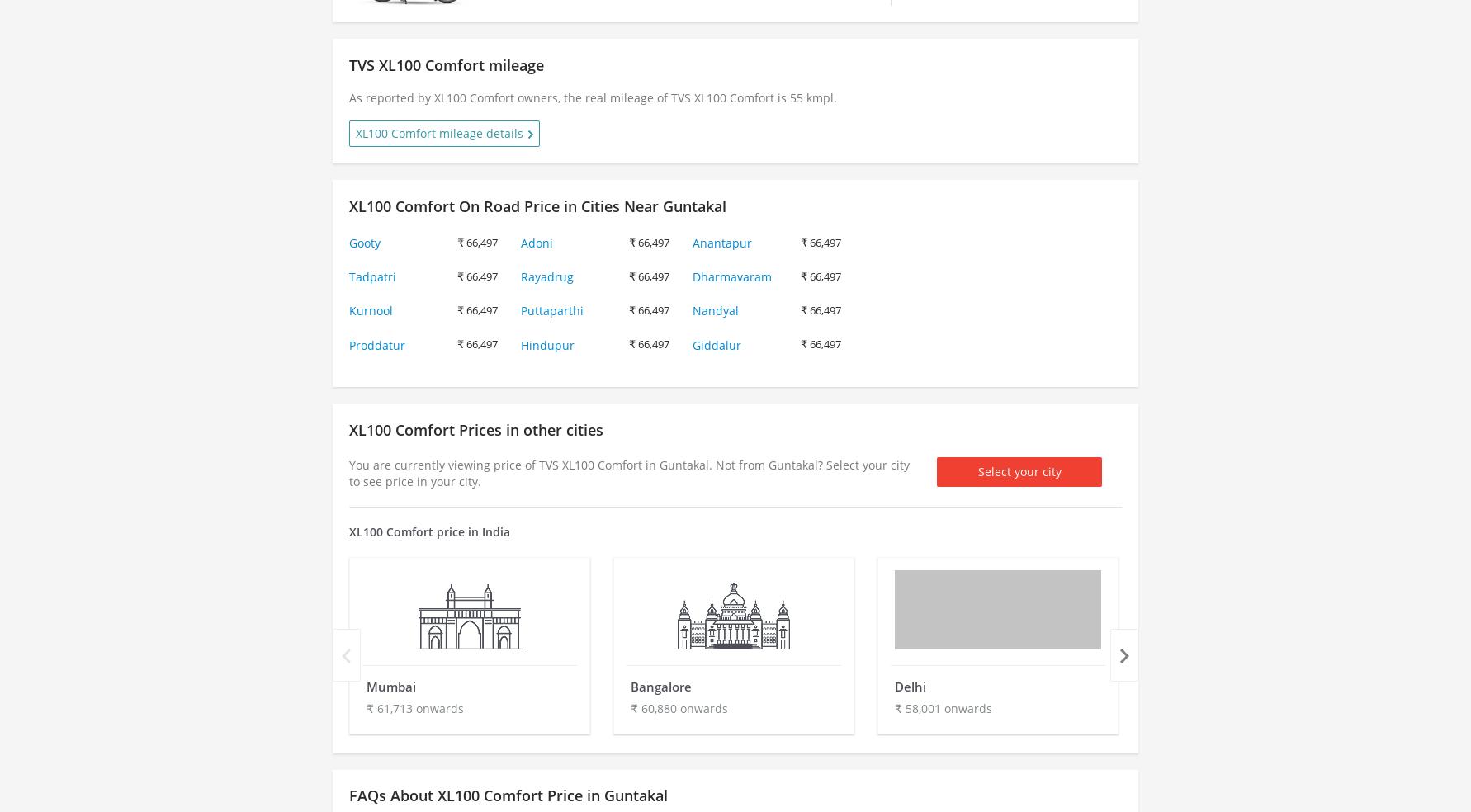 The height and width of the screenshot is (812, 1471). What do you see at coordinates (551, 310) in the screenshot?
I see `'Puttaparthi'` at bounding box center [551, 310].